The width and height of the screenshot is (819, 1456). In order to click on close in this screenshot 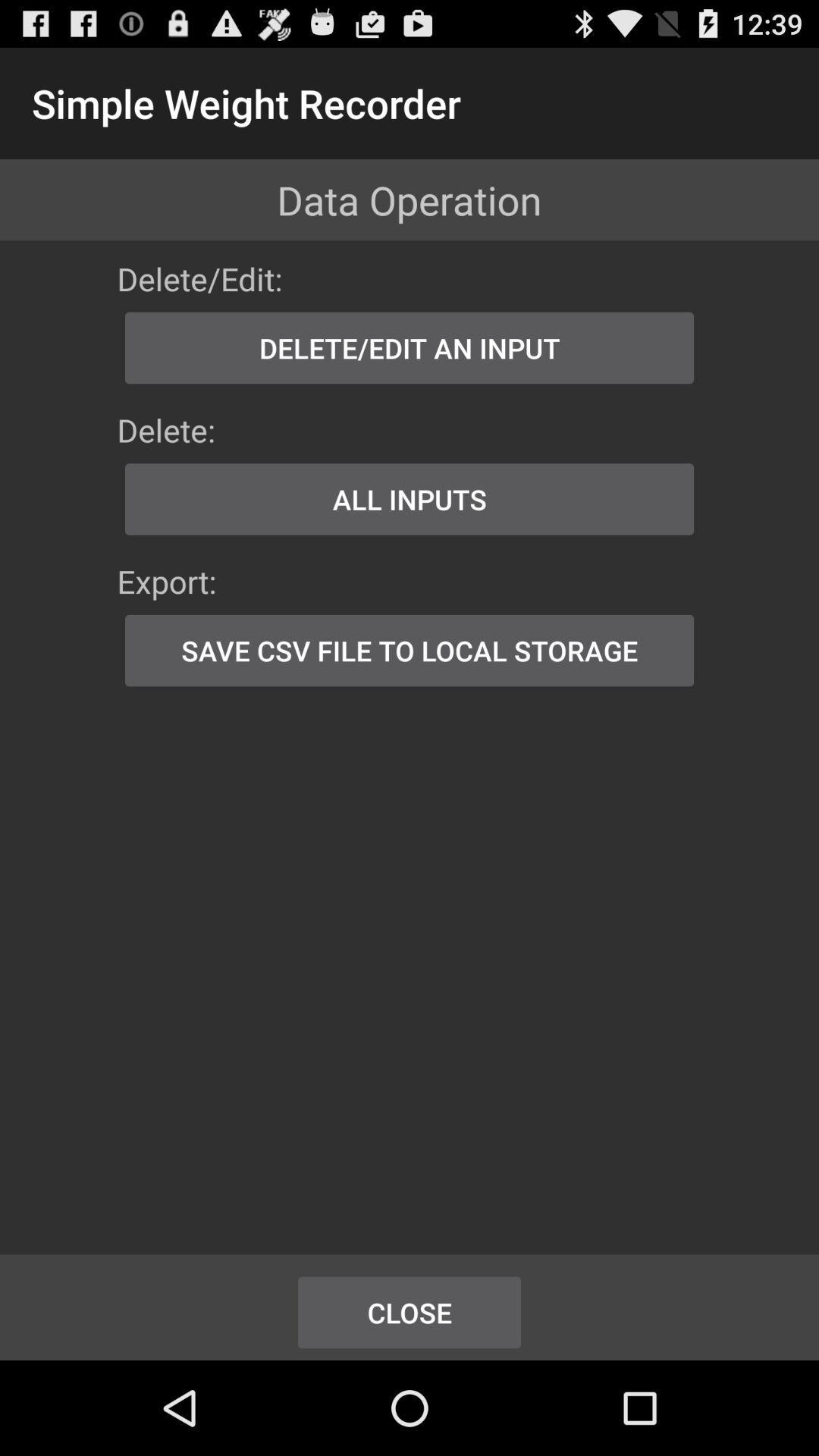, I will do `click(409, 1312)`.